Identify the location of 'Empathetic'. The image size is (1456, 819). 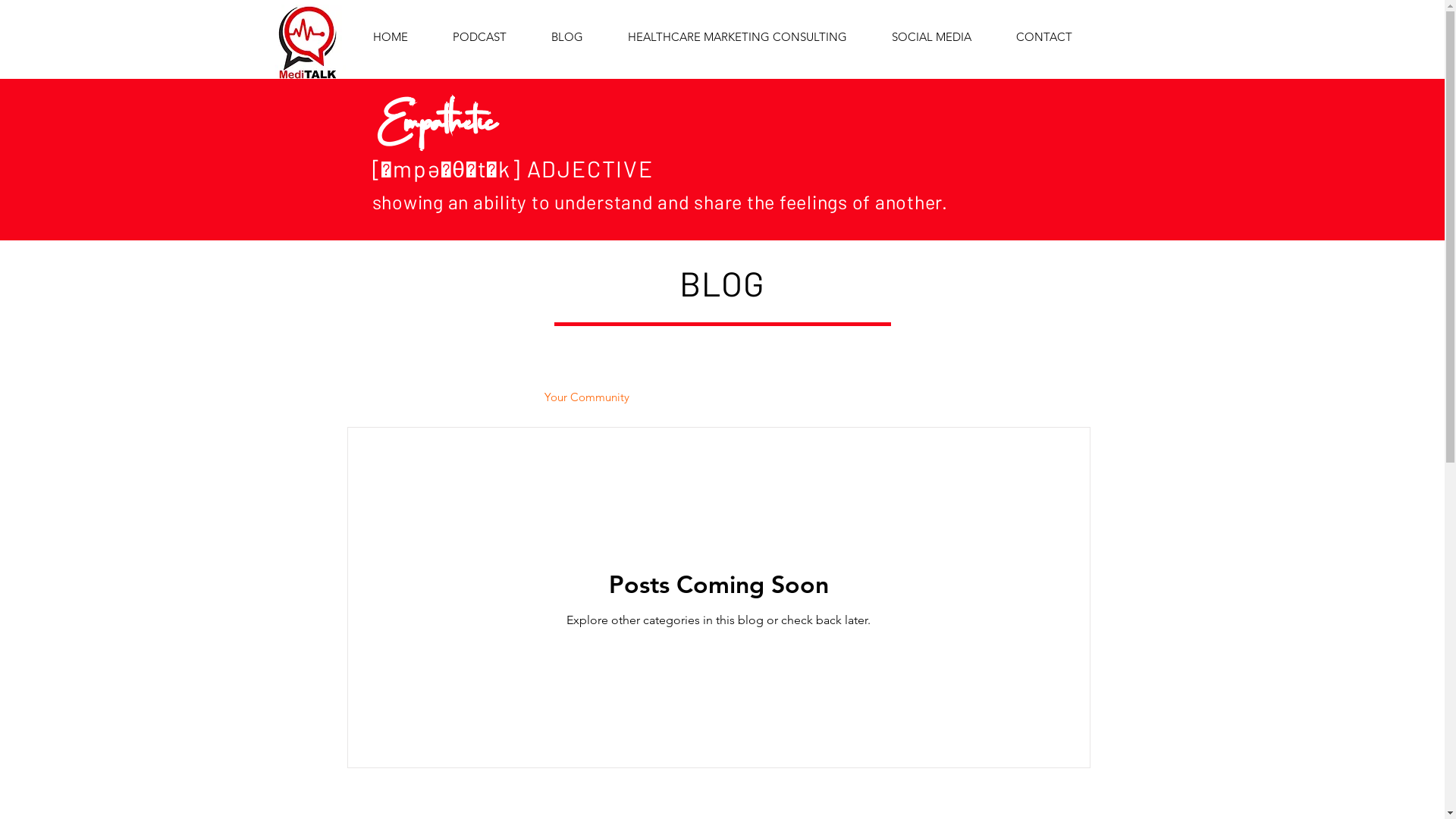
(435, 109).